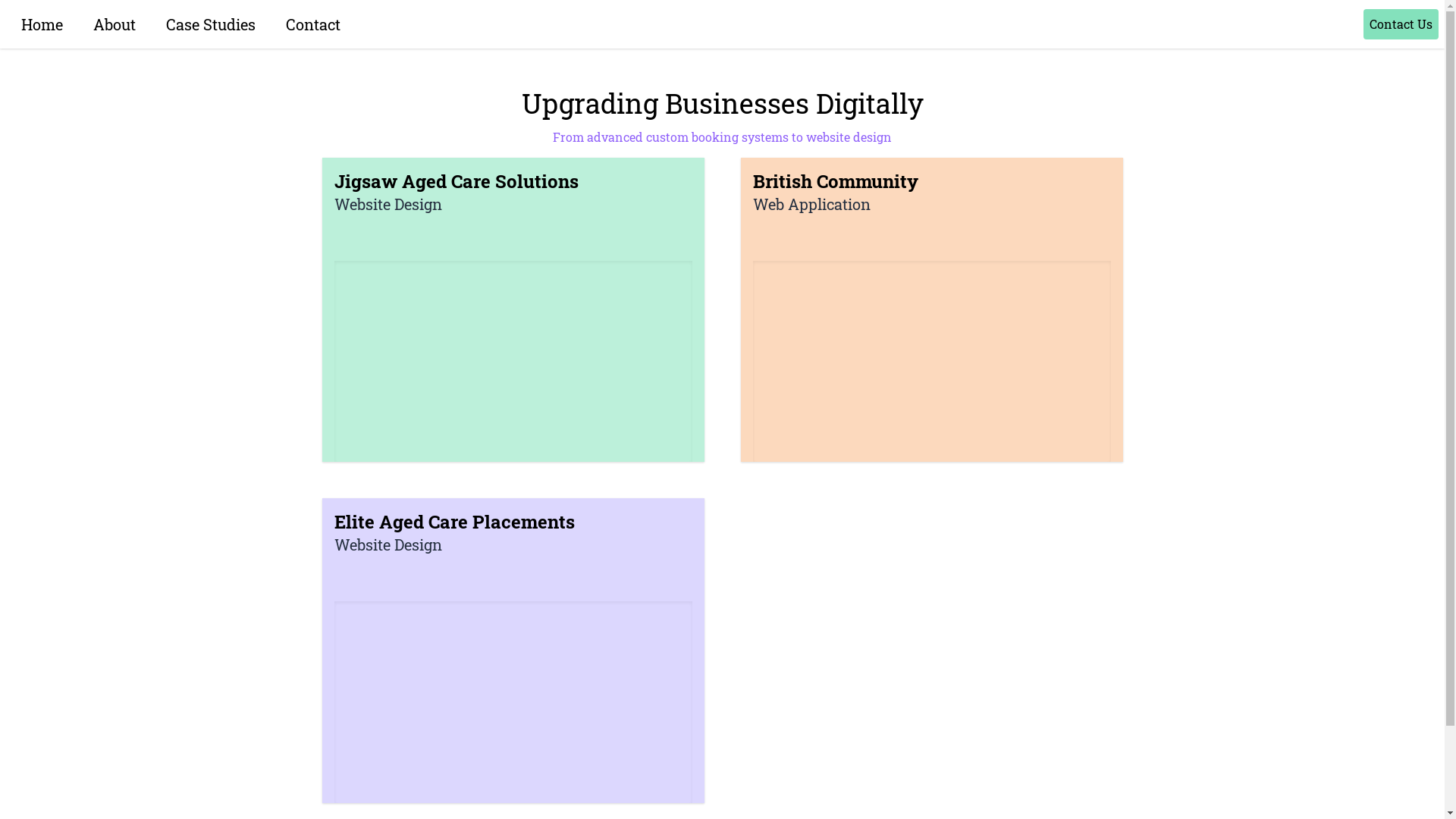 The image size is (1456, 819). I want to click on 'Elite Aged Care Placements, so click(513, 649).